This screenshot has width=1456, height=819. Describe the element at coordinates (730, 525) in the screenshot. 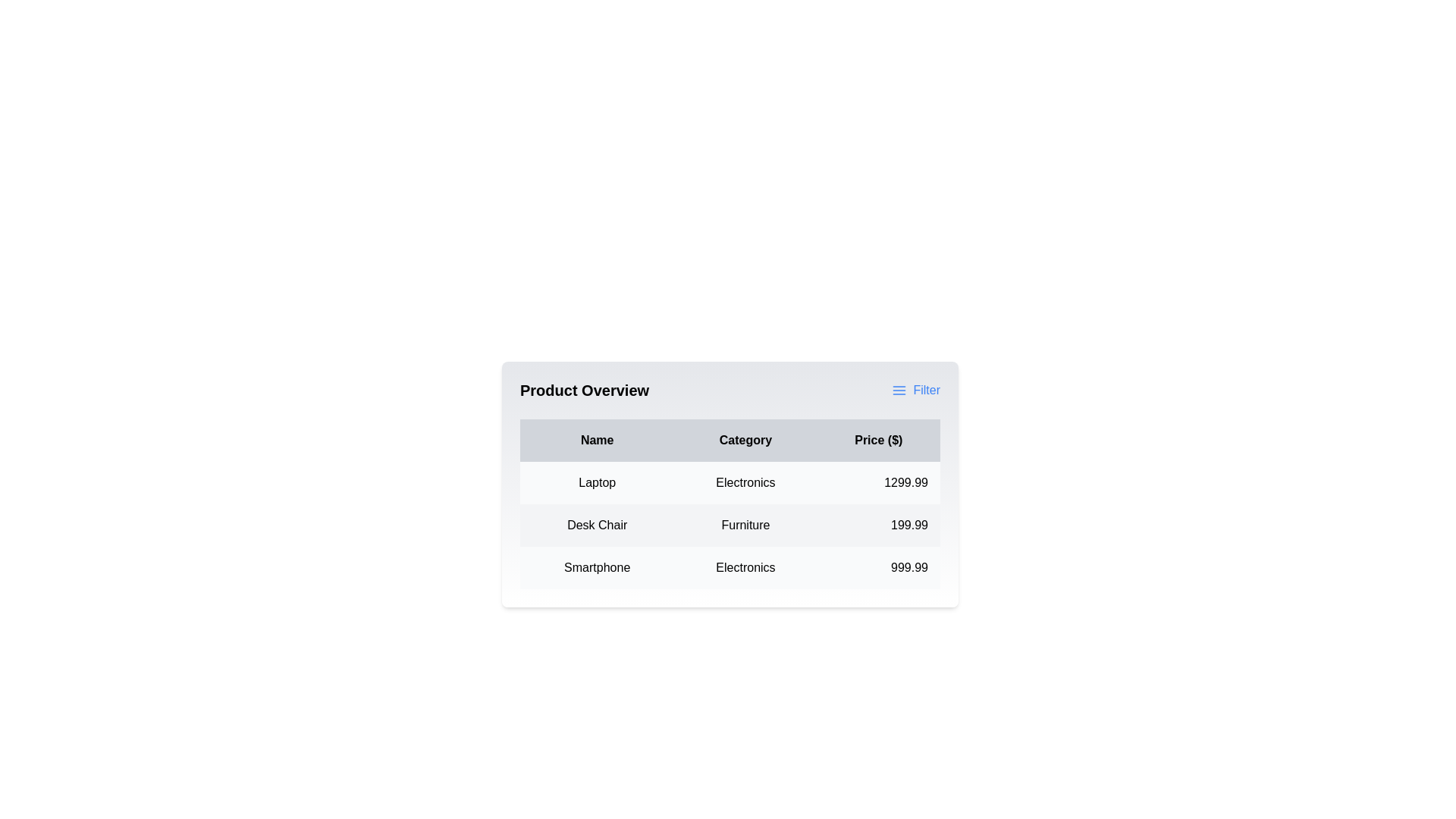

I see `the second row of the data table under the 'Product Overview' header, which contains 'Desk Chair', 'Furniture', and '199.99'` at that location.